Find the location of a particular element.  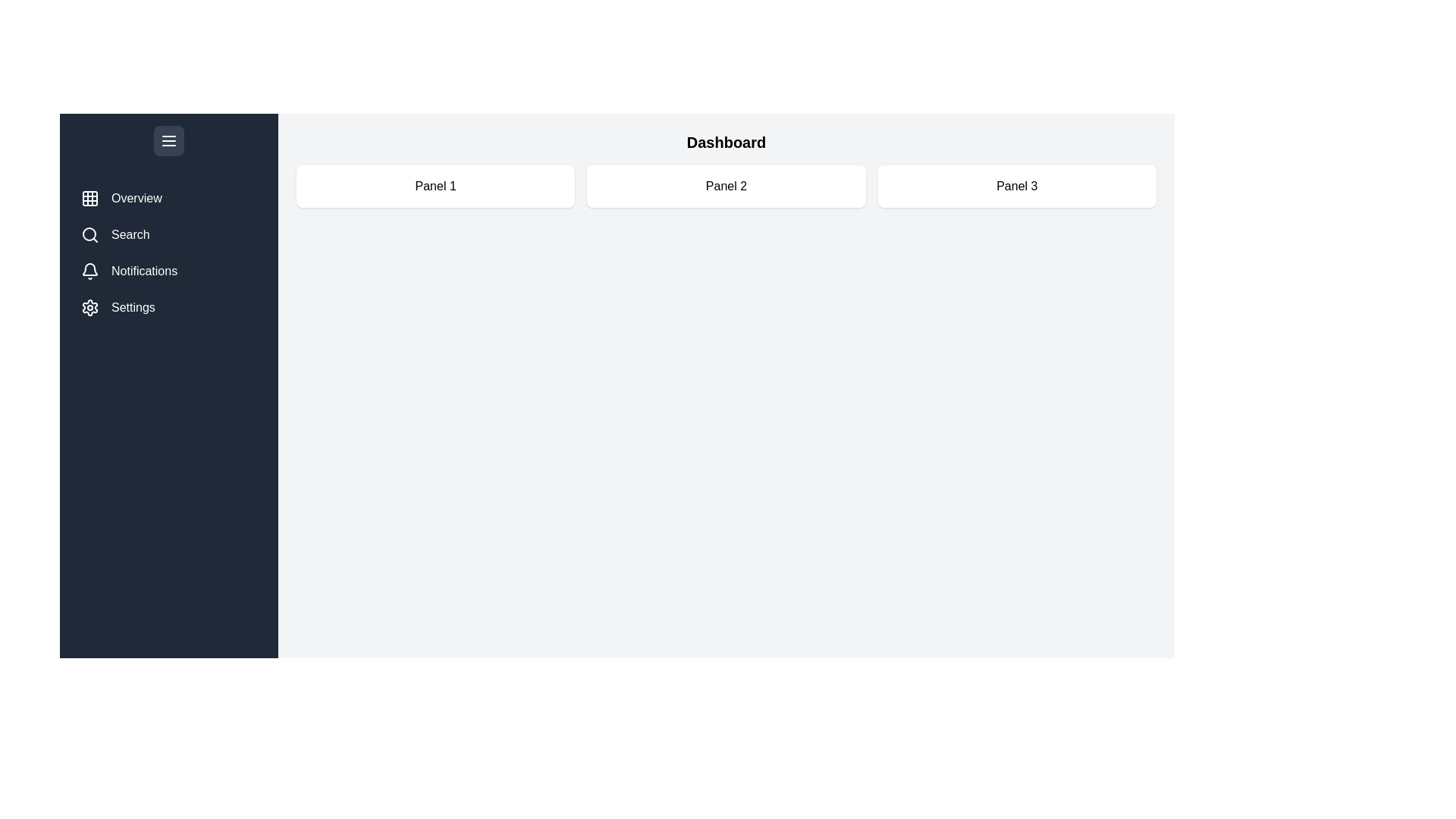

the menu item Settings to observe its hover effect is located at coordinates (168, 307).